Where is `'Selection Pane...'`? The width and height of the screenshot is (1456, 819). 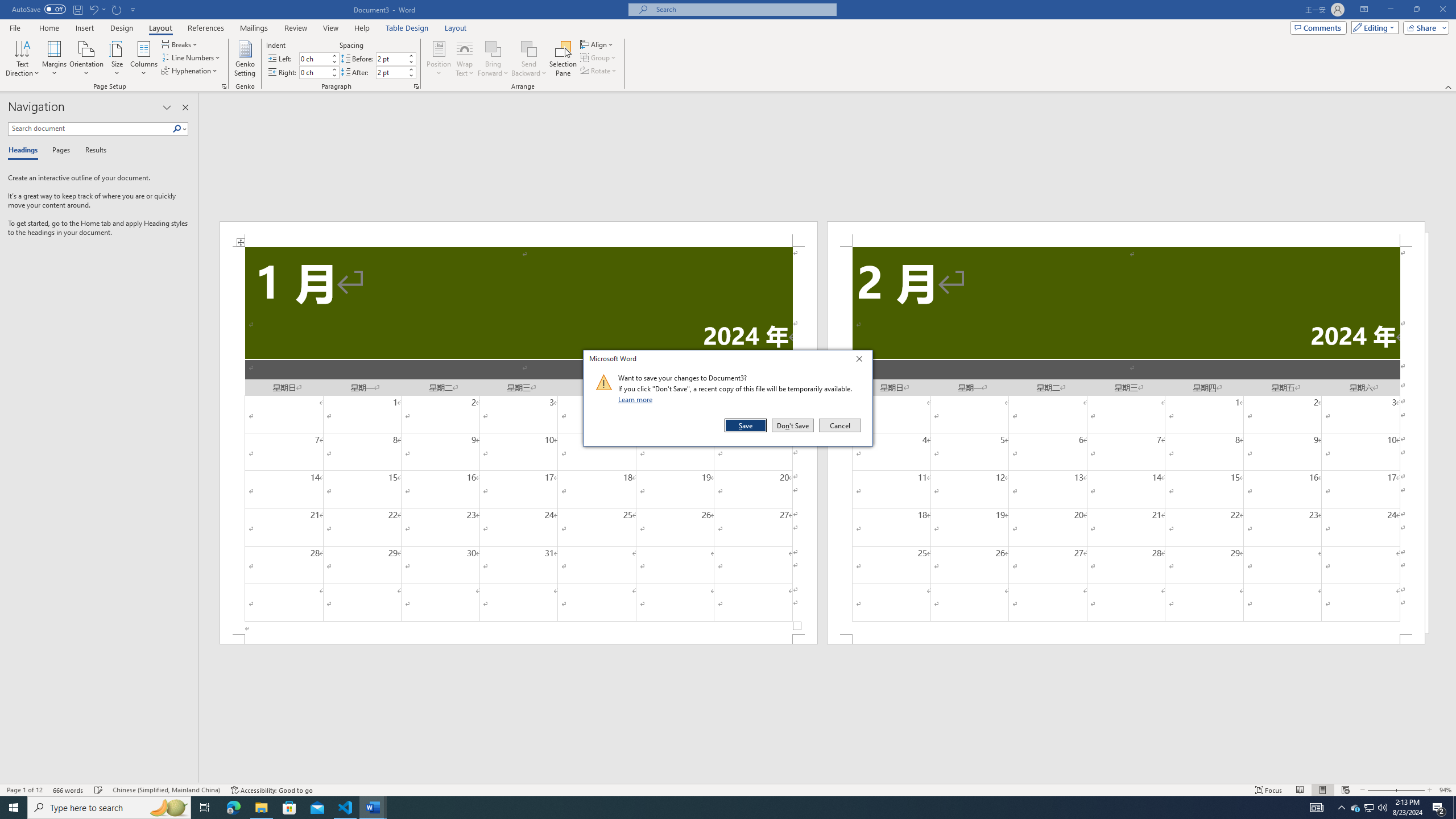 'Selection Pane...' is located at coordinates (563, 59).